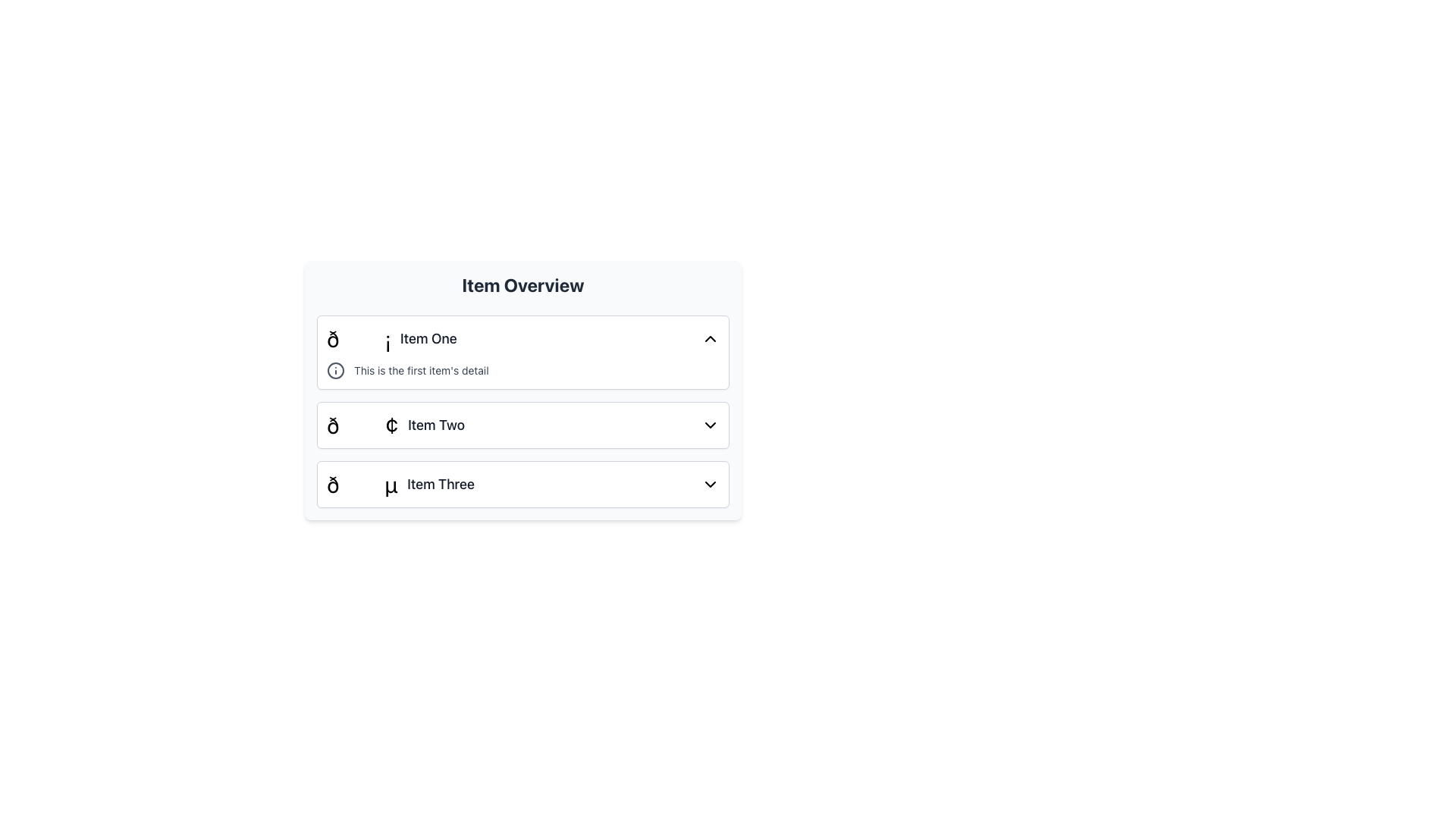 Image resolution: width=1456 pixels, height=819 pixels. Describe the element at coordinates (400, 485) in the screenshot. I see `the third list item, which contains a black symbol 'ð' and the text 'Item Three' in bold` at that location.